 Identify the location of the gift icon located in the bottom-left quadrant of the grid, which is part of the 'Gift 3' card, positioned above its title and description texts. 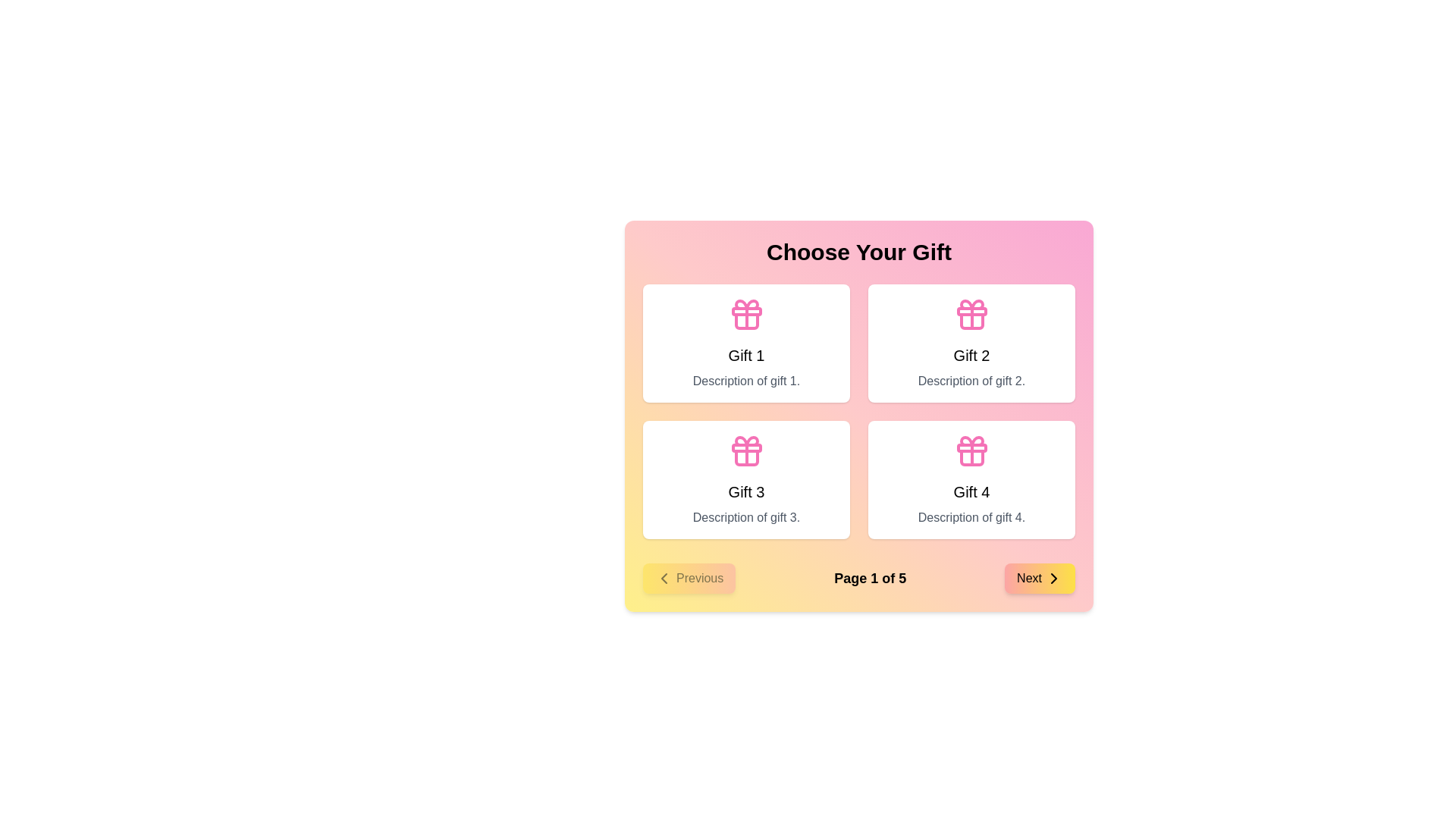
(746, 450).